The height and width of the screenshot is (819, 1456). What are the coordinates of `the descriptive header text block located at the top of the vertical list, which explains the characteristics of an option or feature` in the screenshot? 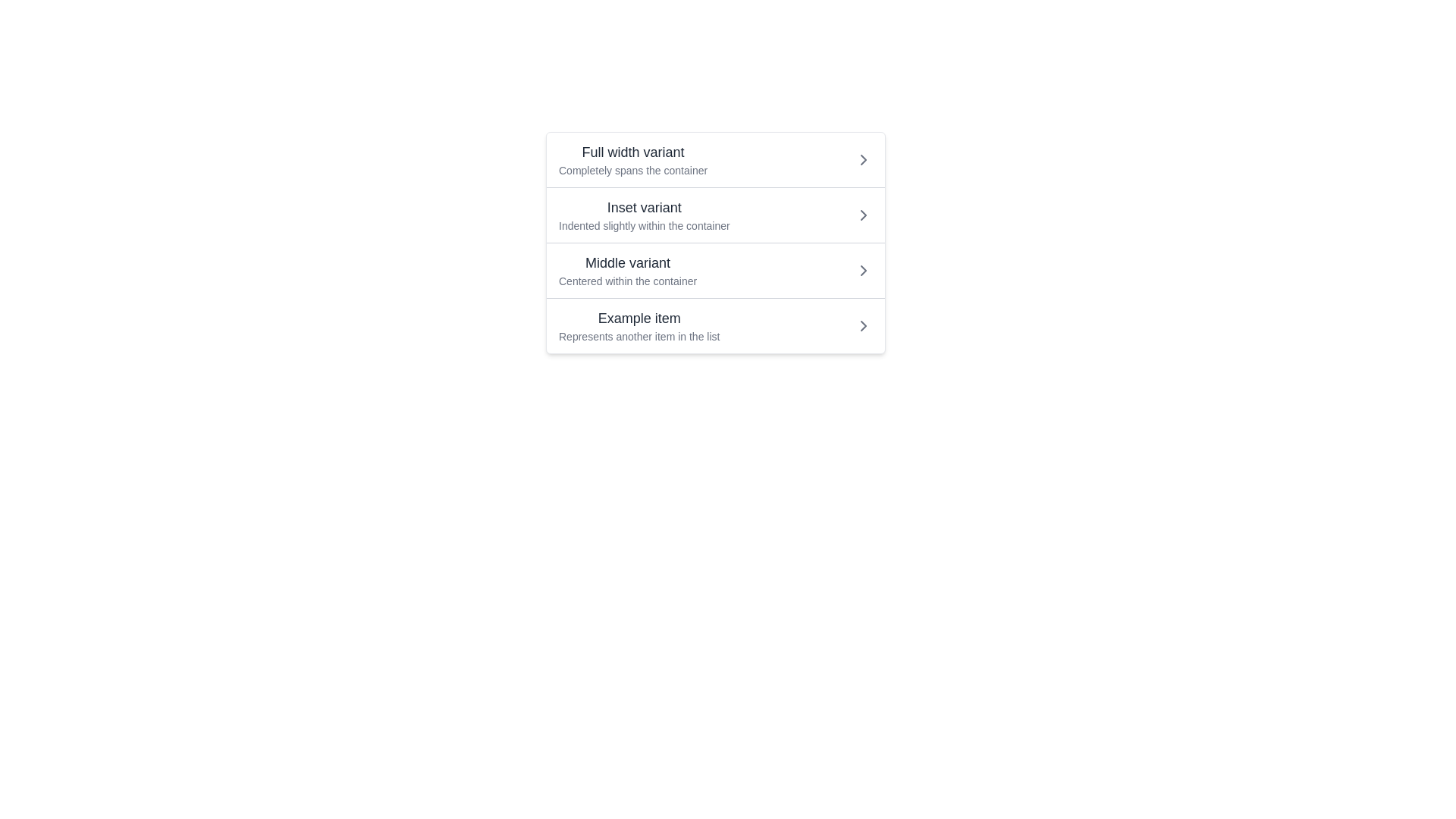 It's located at (633, 160).